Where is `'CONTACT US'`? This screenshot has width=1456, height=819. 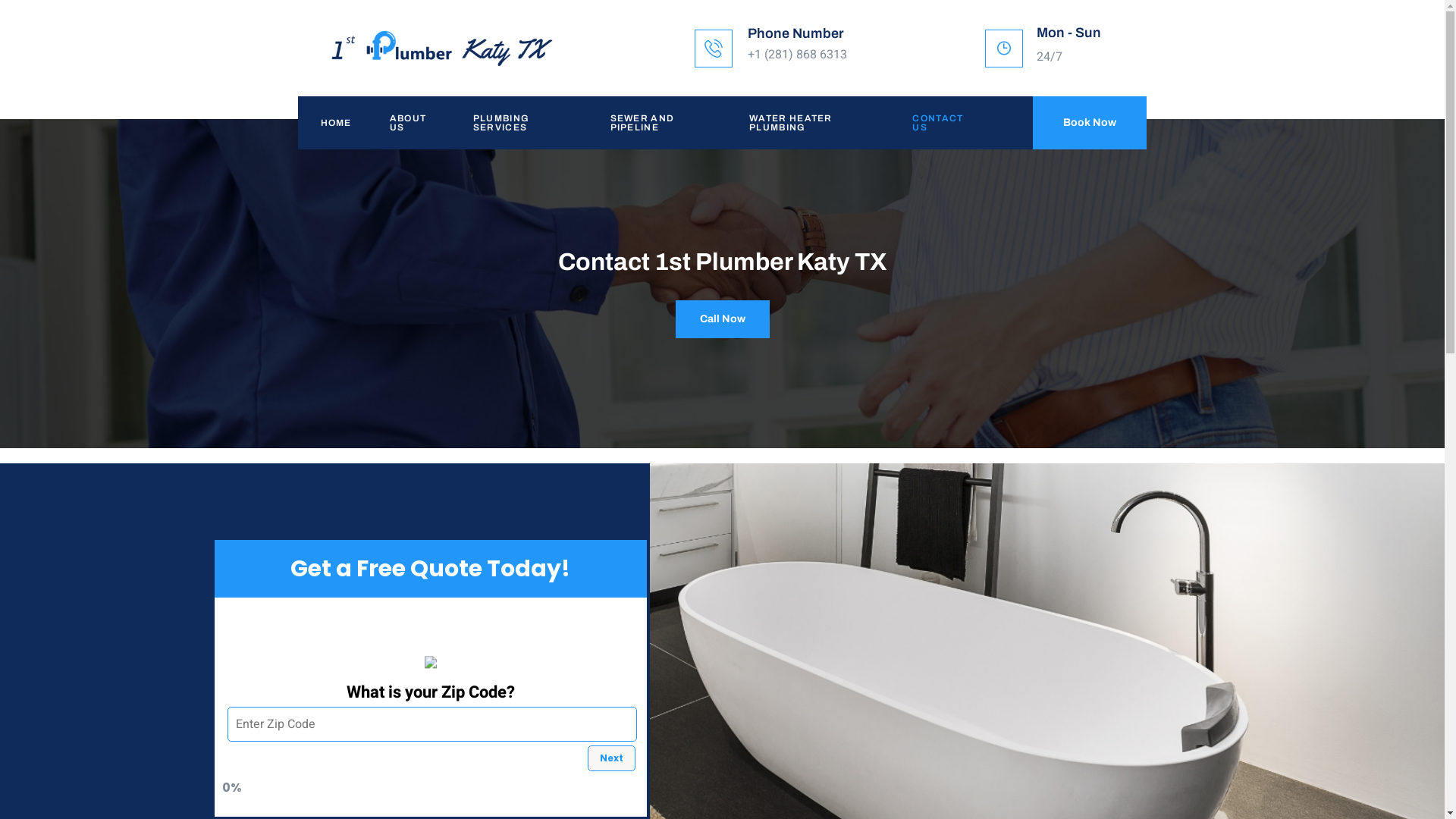
'CONTACT US' is located at coordinates (937, 122).